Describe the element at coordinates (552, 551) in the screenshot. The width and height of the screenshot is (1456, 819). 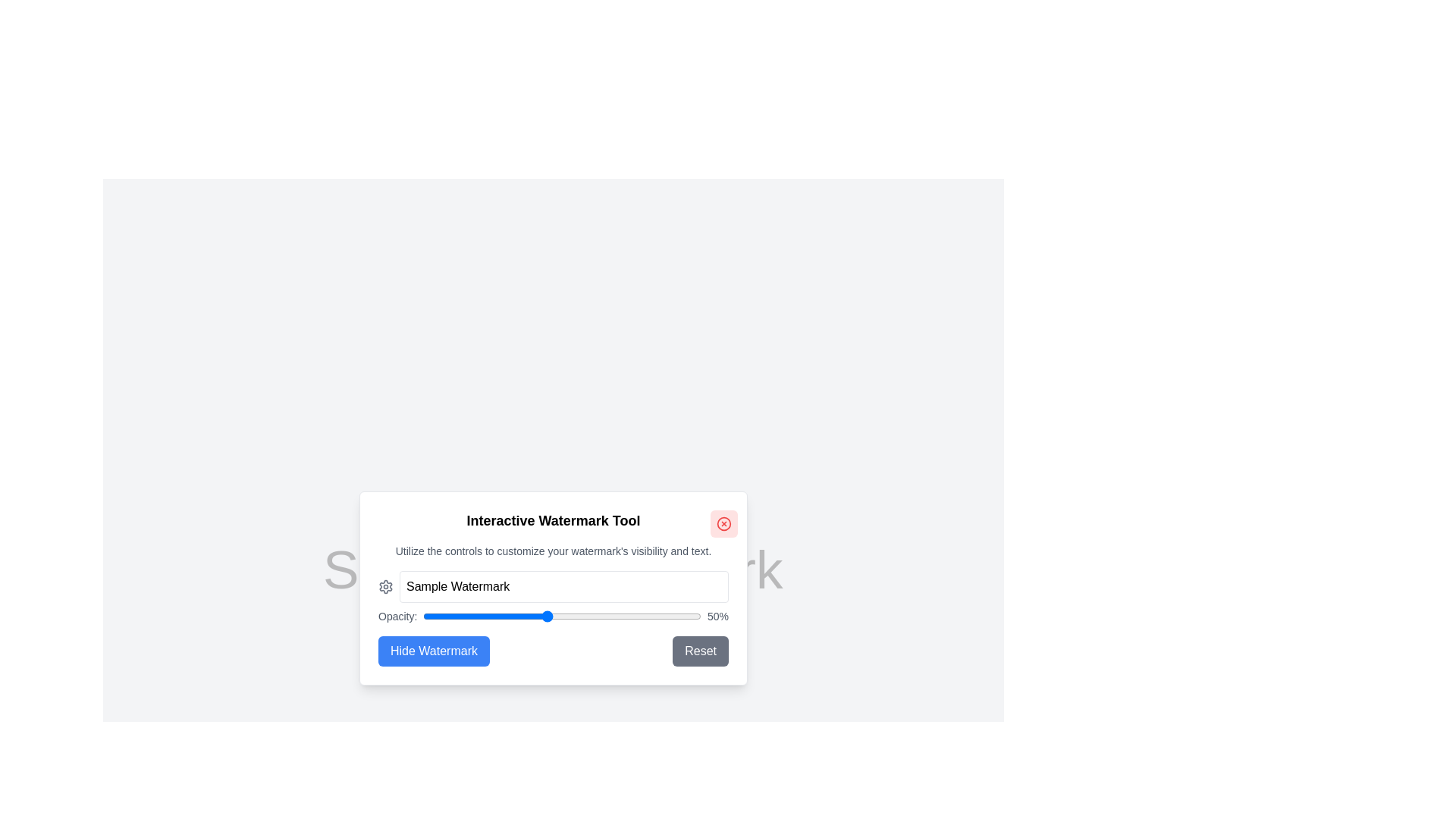
I see `the static text that reads 'Utilize the controls to customize your watermark's visibility and text.', which is located below the heading 'Interactive Watermark Tool'` at that location.